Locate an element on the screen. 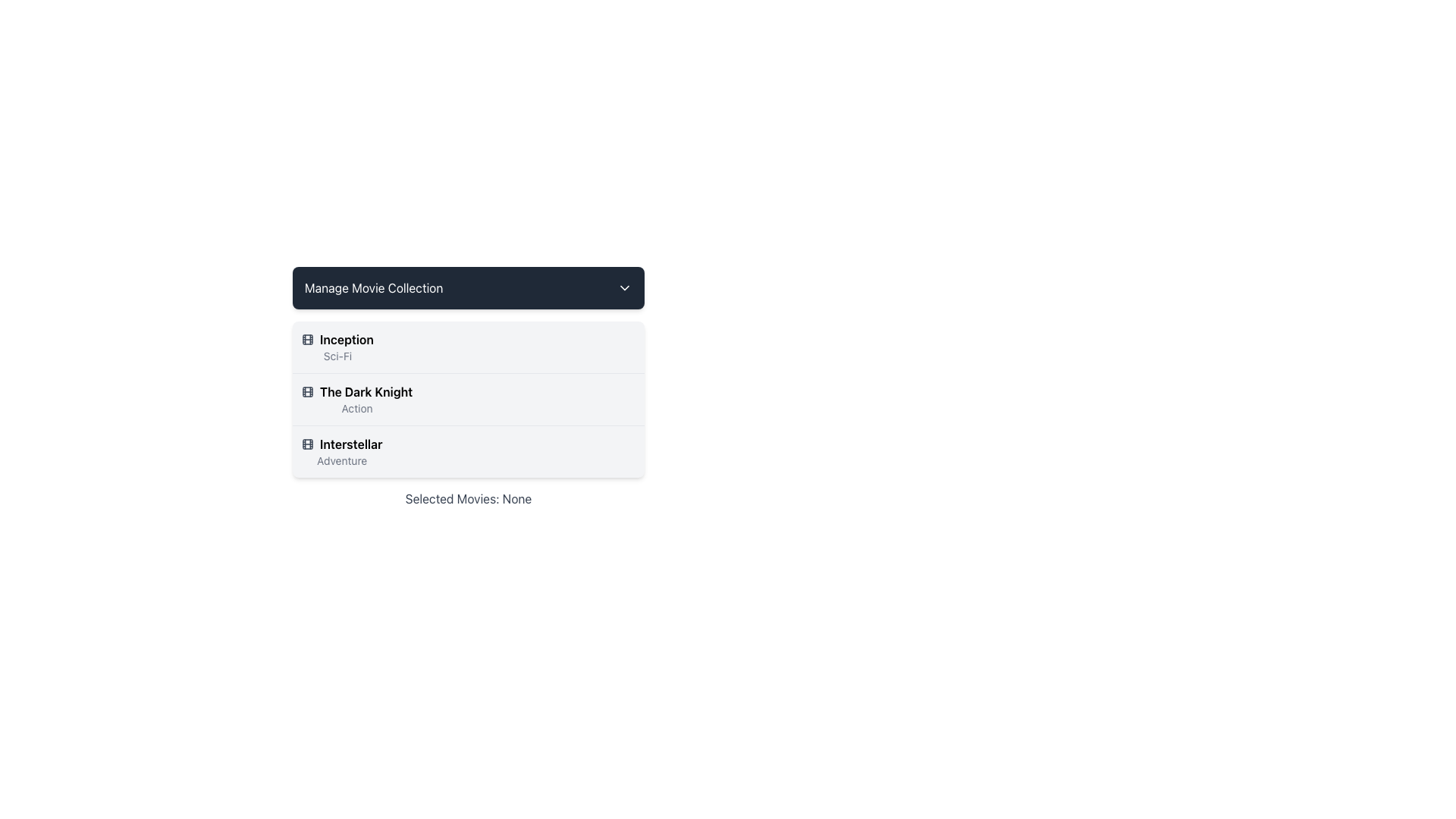 Image resolution: width=1456 pixels, height=819 pixels. the non-interactive icon indicating the movie title 'Interstellar', located to the left of the text 'Interstellar' and above the description 'Adventure' is located at coordinates (307, 444).